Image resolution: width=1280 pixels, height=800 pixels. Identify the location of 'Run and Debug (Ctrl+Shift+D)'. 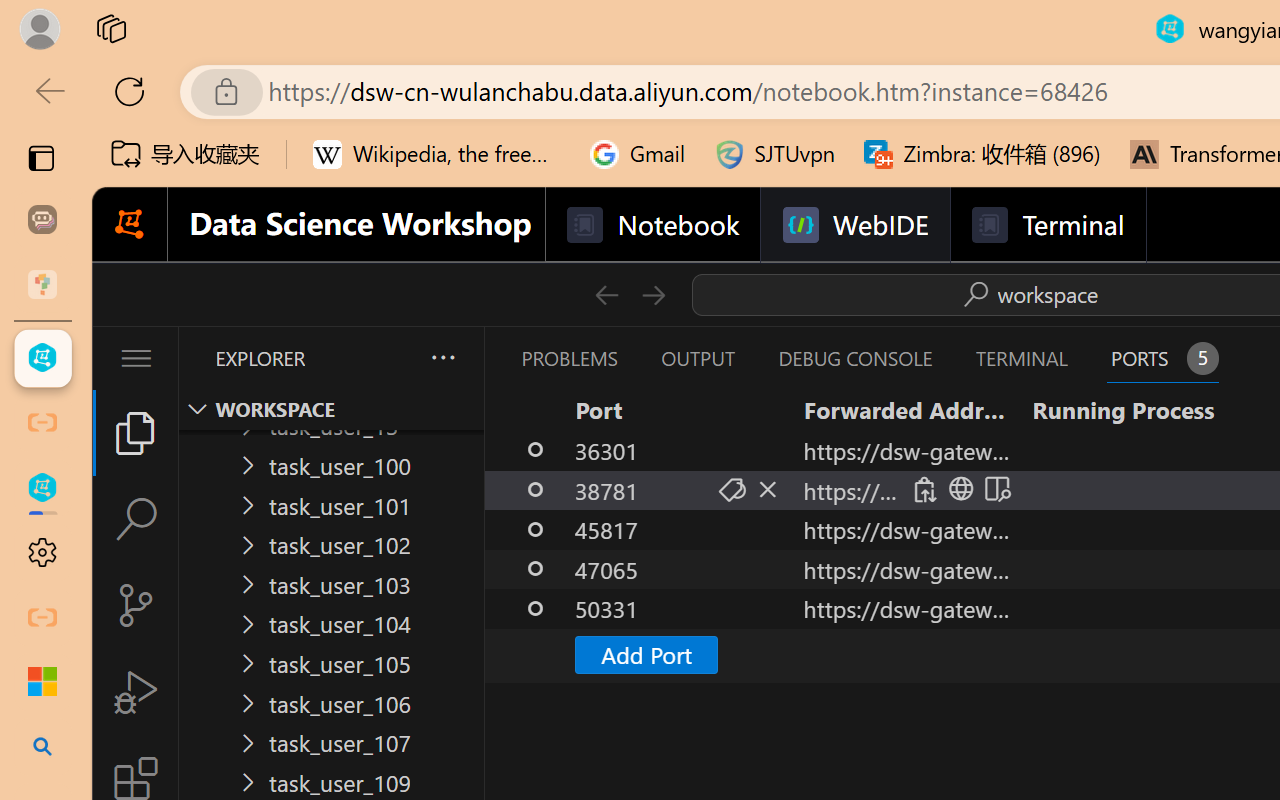
(134, 692).